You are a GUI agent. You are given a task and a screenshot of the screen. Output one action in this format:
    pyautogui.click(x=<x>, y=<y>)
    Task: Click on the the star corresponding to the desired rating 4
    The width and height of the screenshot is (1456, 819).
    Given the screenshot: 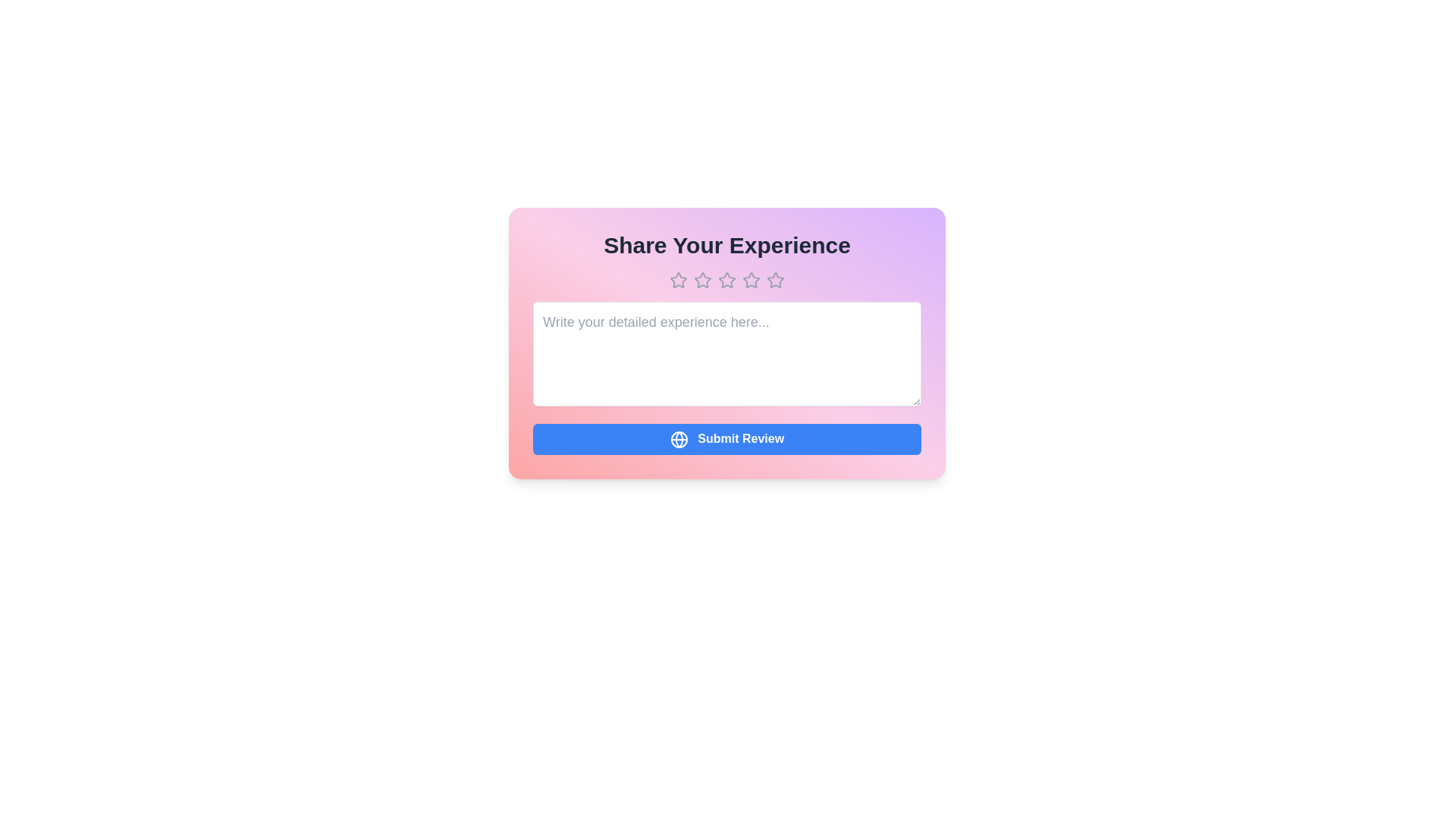 What is the action you would take?
    pyautogui.click(x=751, y=281)
    